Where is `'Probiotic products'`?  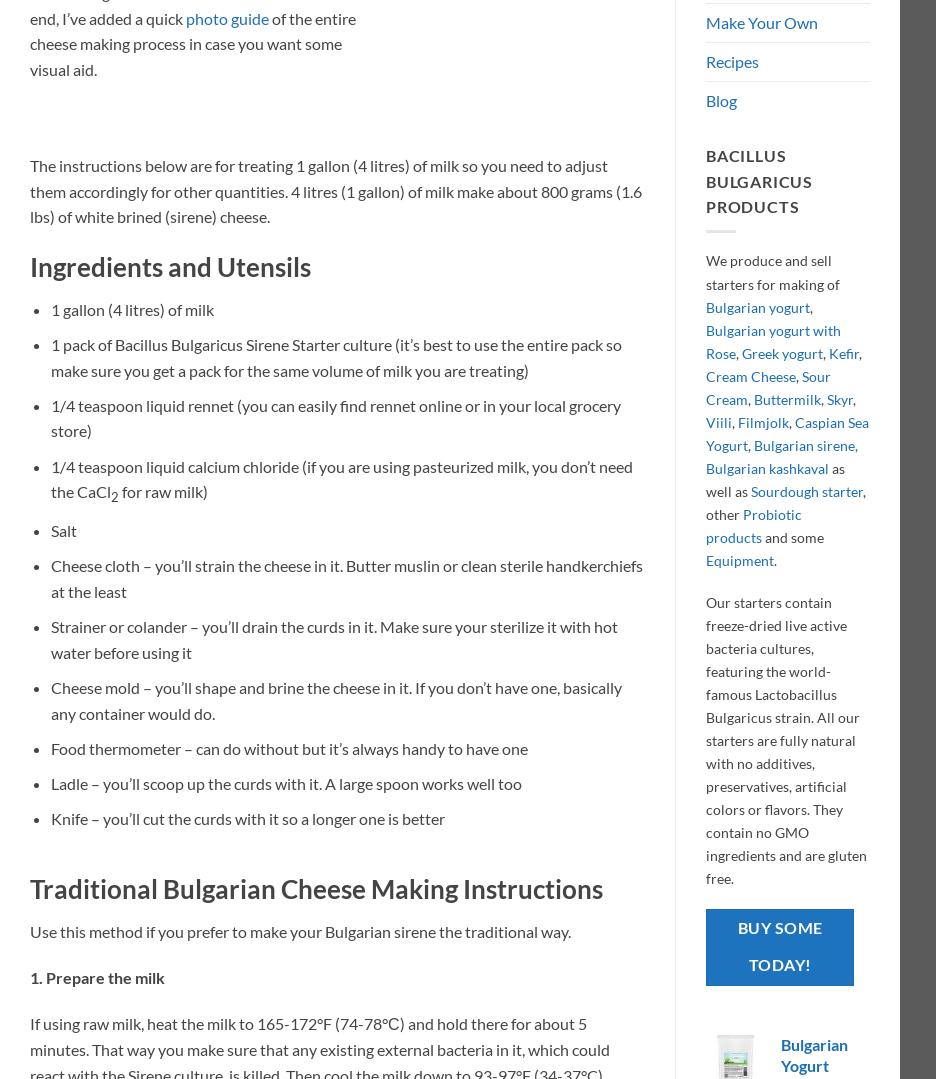 'Probiotic products' is located at coordinates (754, 525).